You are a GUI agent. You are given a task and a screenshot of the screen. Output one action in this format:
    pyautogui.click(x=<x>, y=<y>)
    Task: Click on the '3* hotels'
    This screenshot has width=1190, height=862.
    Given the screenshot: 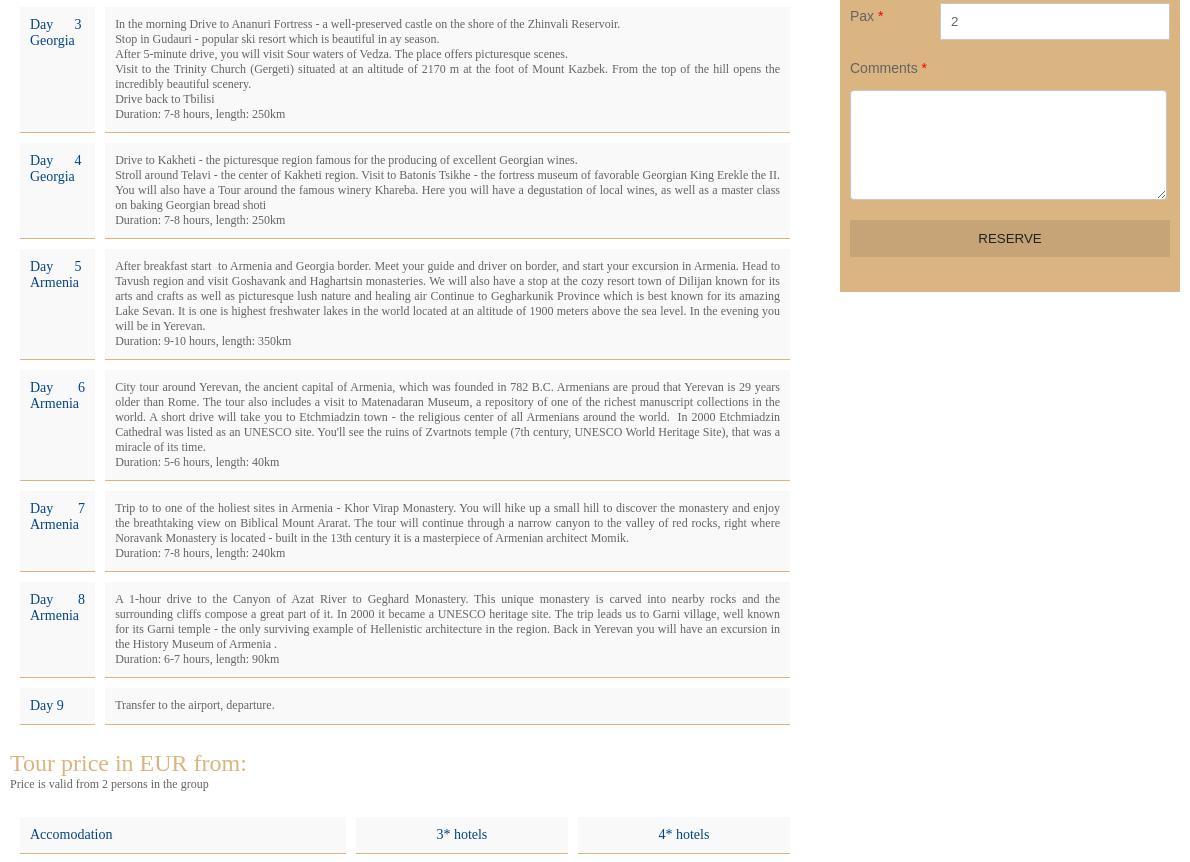 What is the action you would take?
    pyautogui.click(x=460, y=833)
    